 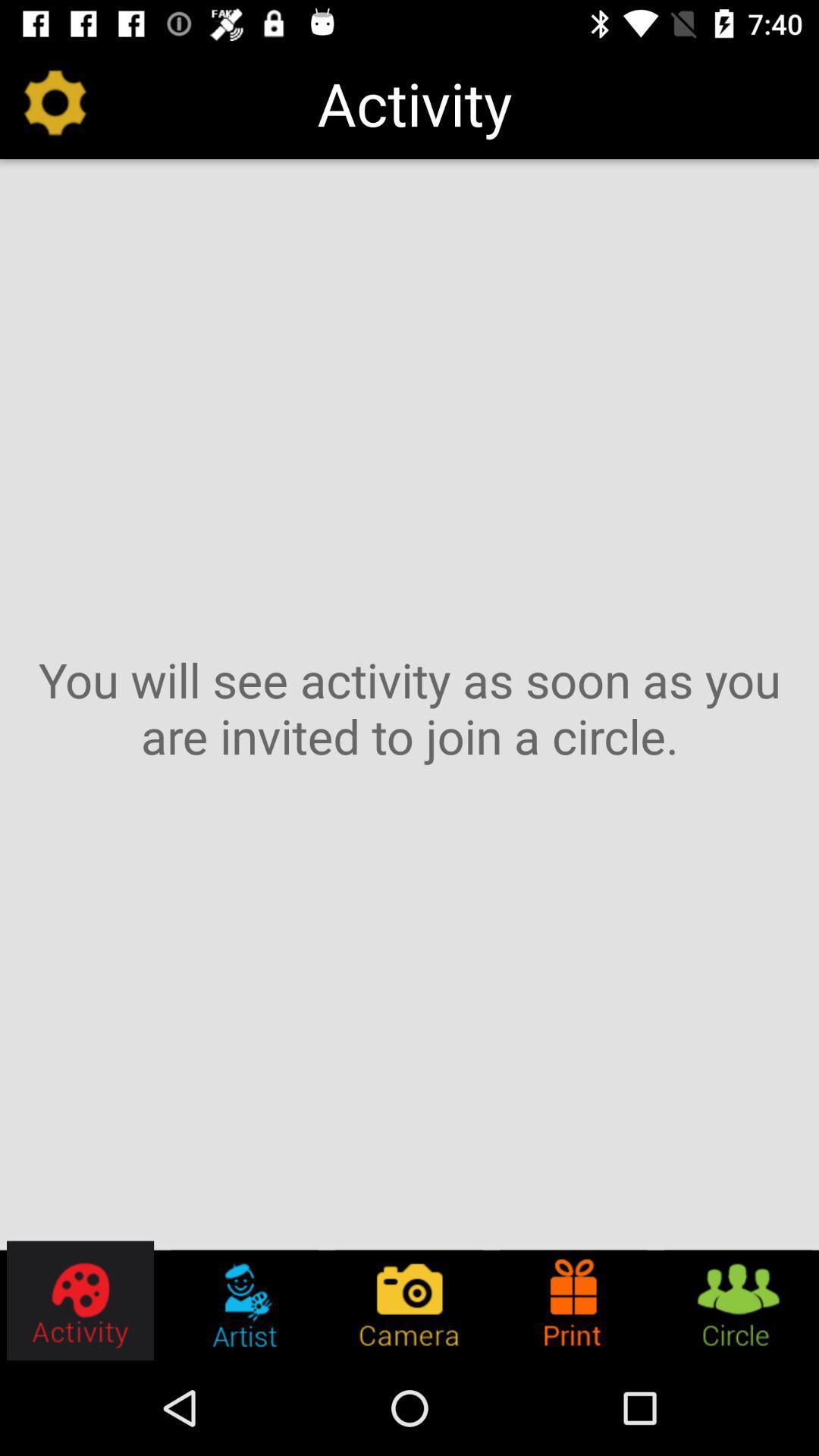 What do you see at coordinates (243, 1300) in the screenshot?
I see `the item below you will see` at bounding box center [243, 1300].